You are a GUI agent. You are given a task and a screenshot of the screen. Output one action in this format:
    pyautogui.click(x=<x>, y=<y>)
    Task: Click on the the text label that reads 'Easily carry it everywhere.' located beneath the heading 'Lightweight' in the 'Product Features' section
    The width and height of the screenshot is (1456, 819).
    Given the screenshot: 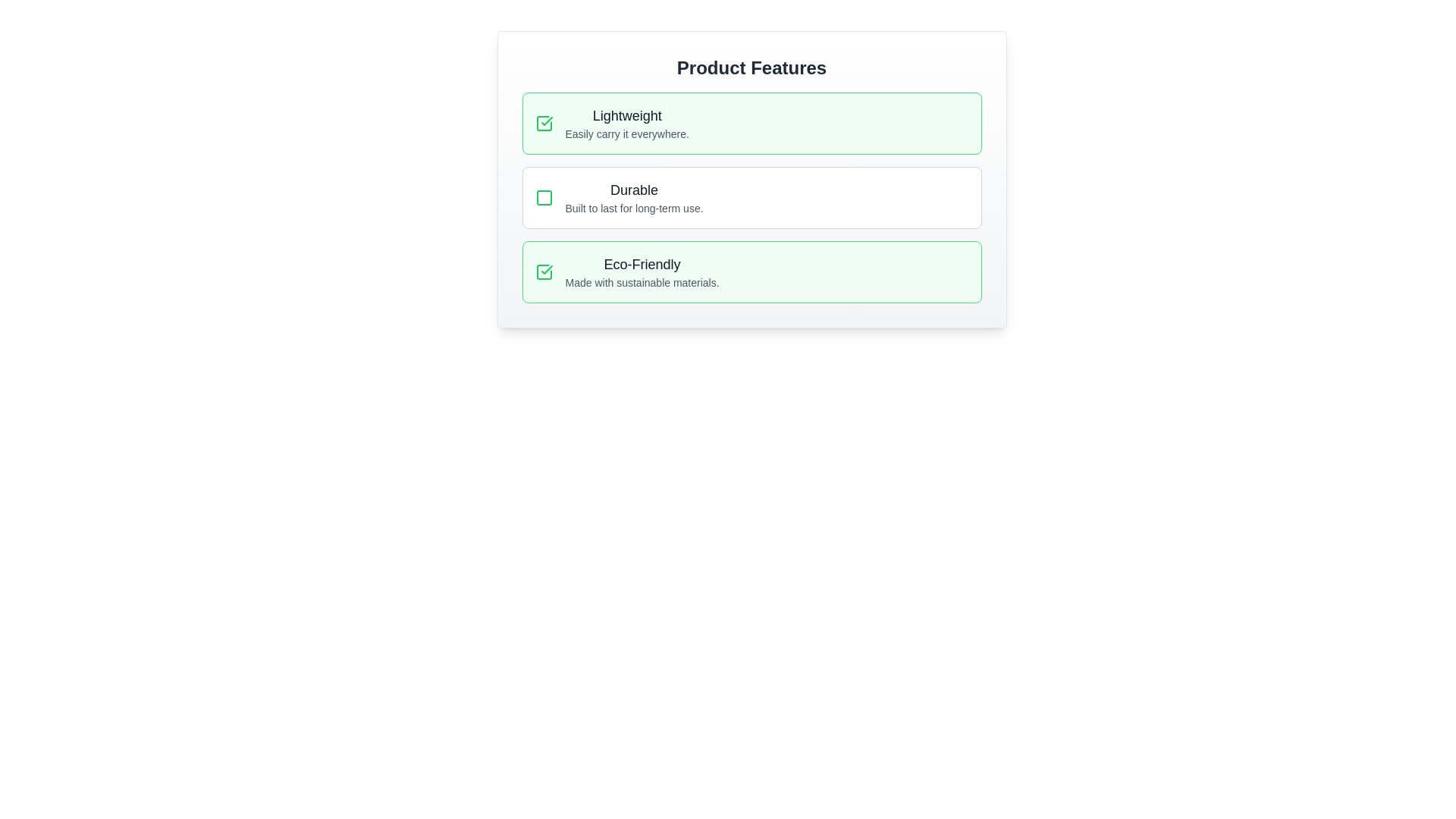 What is the action you would take?
    pyautogui.click(x=627, y=133)
    